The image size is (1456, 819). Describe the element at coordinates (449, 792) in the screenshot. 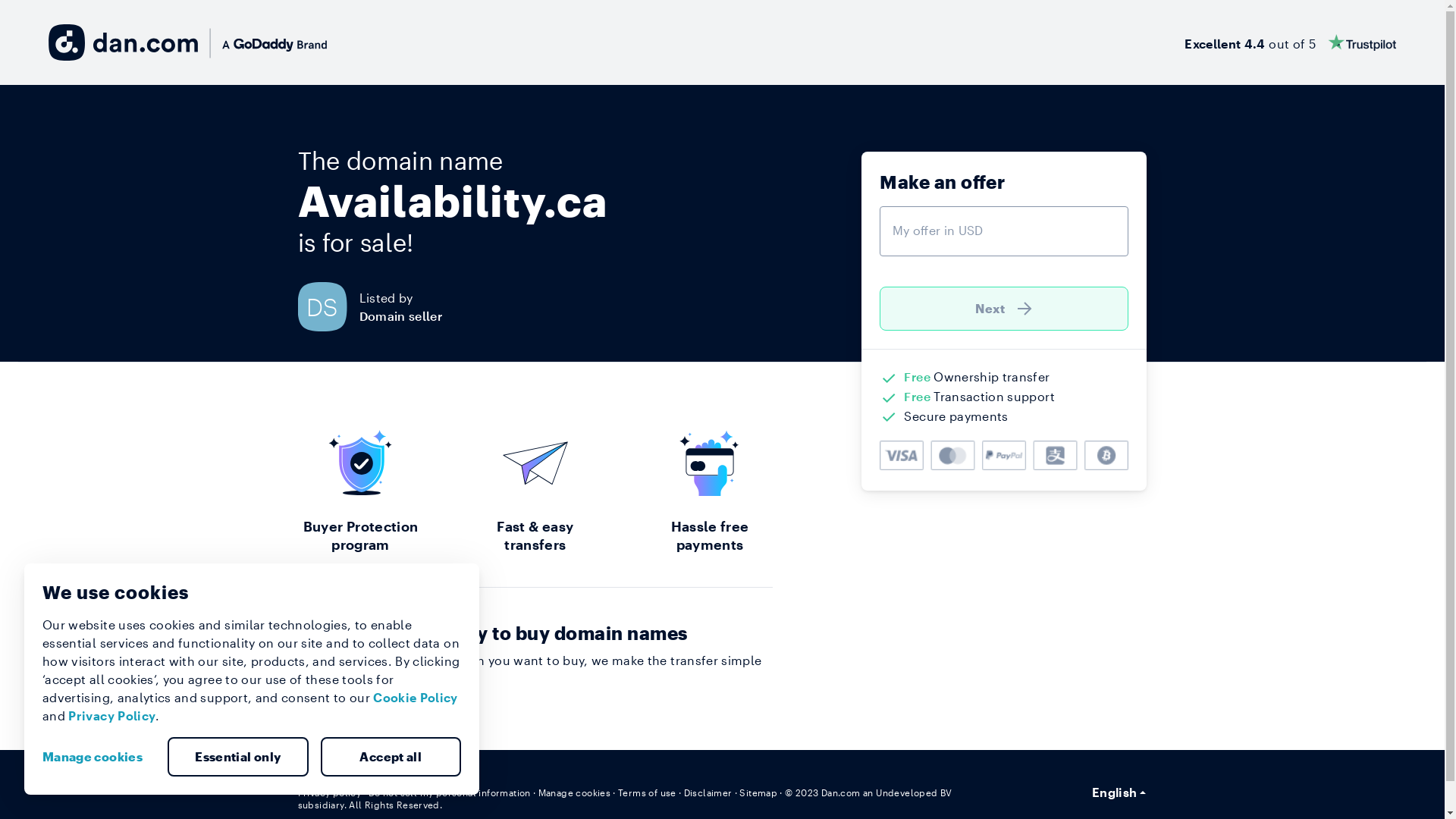

I see `'Do not sell my personal information'` at that location.